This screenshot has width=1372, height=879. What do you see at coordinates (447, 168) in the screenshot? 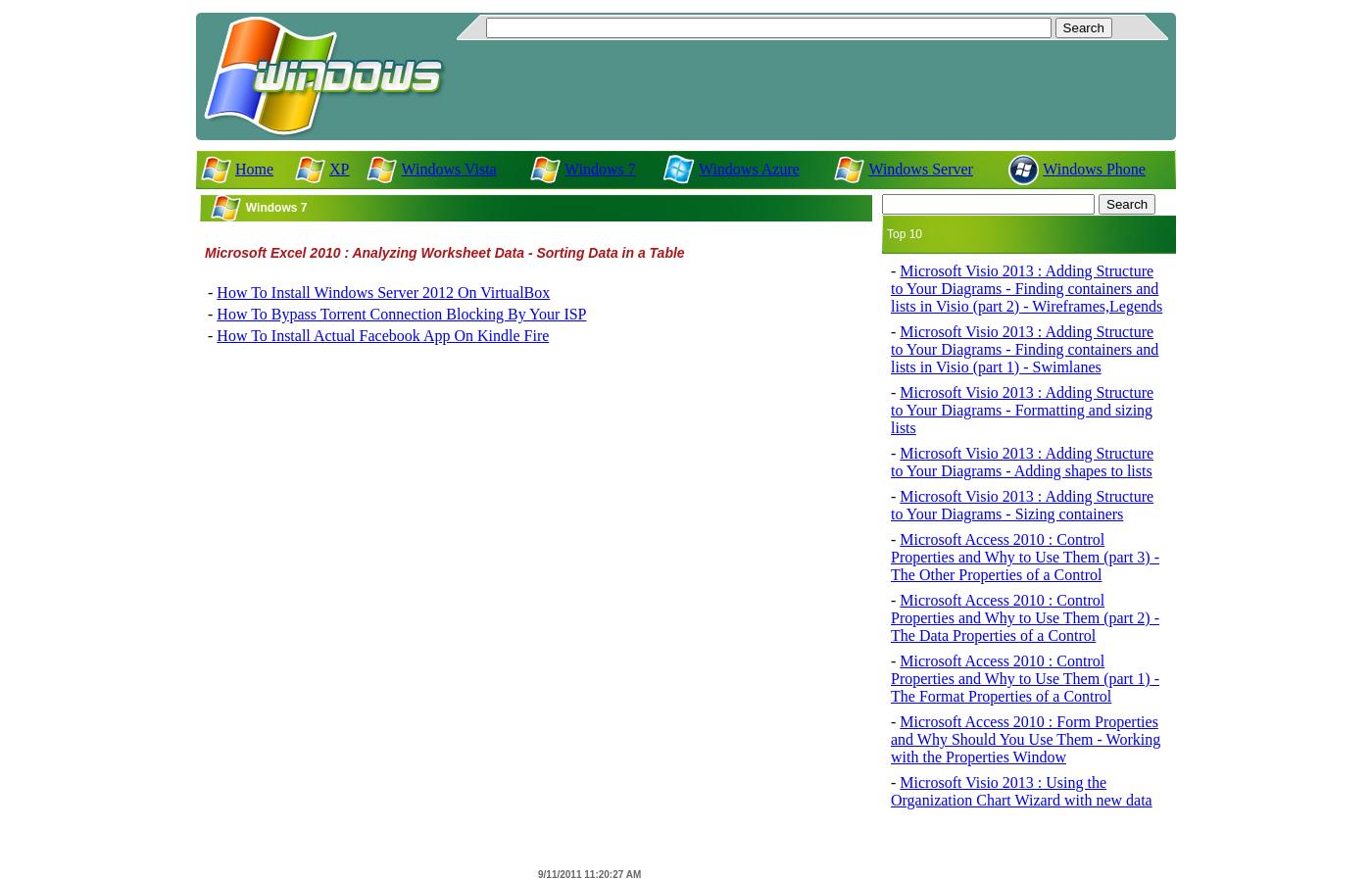
I see `'Windows Vista'` at bounding box center [447, 168].